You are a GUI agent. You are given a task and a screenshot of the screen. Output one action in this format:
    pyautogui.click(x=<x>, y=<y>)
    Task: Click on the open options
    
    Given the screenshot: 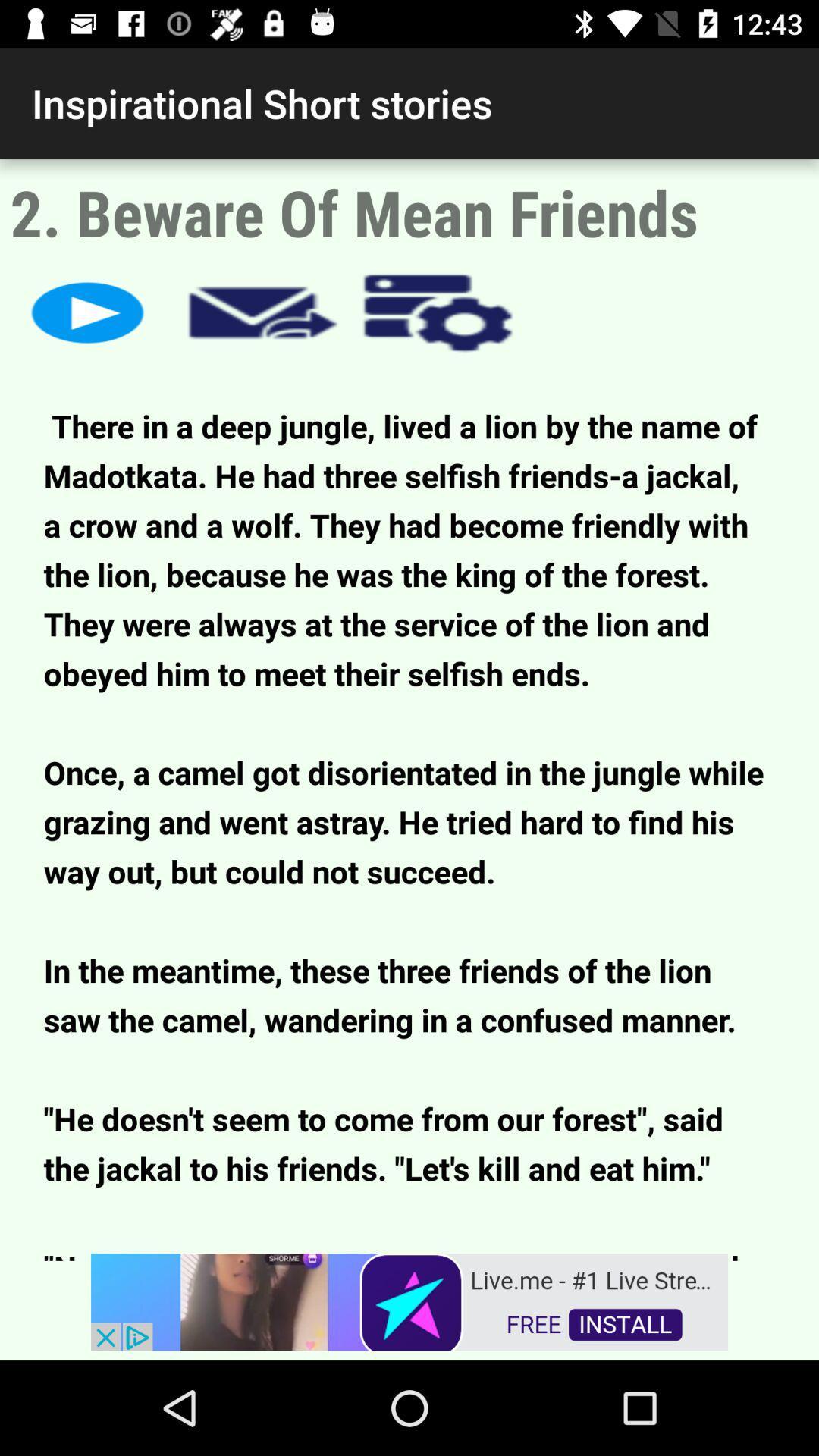 What is the action you would take?
    pyautogui.click(x=438, y=312)
    